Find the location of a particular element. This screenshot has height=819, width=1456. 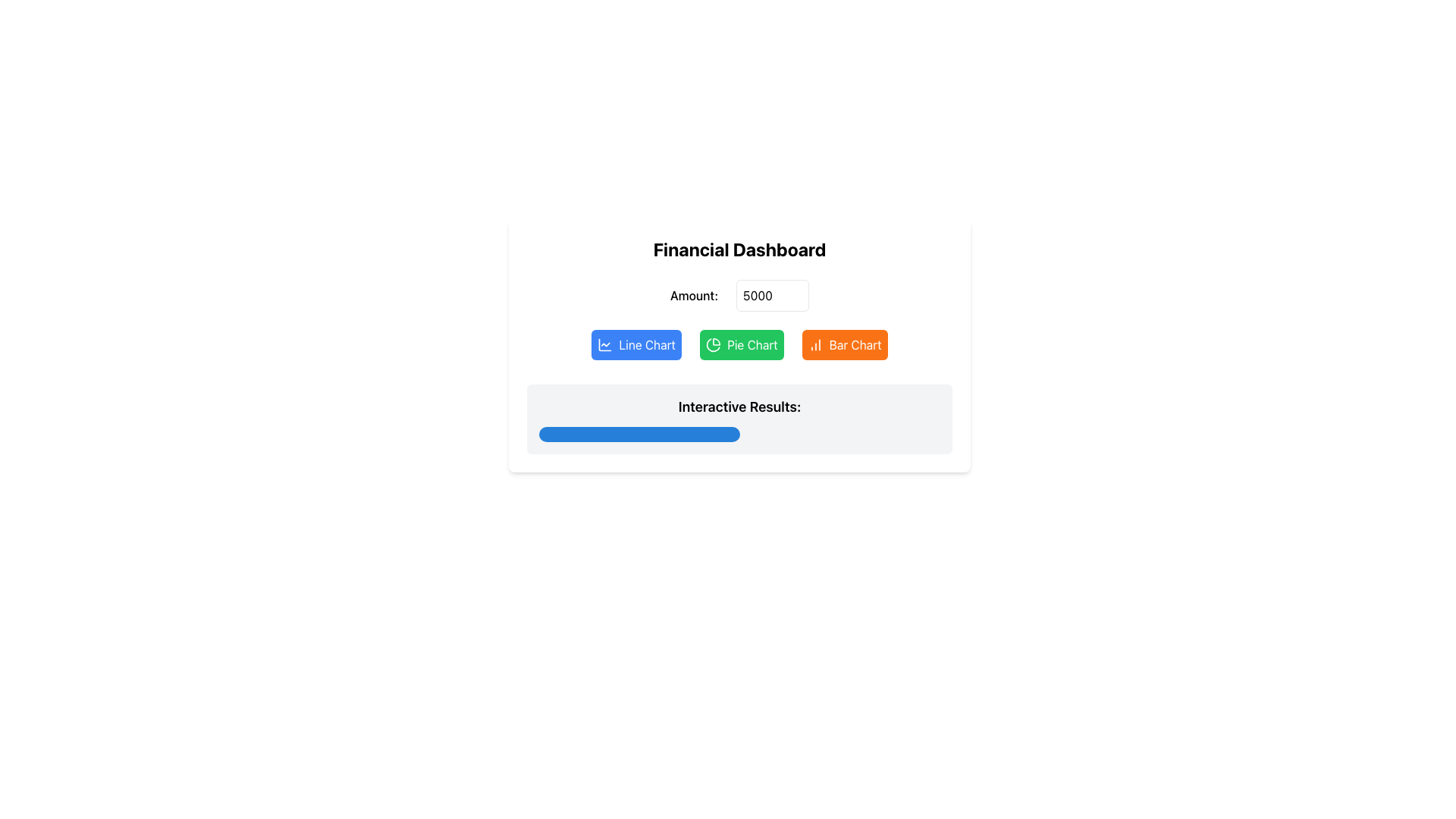

the Pie Chart button, which is the second button in a group of three horizontally-aligned buttons, positioned centrally between the 'Line Chart' button (blue) on the left and the 'Bar Chart' button (orange) on the right is located at coordinates (739, 345).